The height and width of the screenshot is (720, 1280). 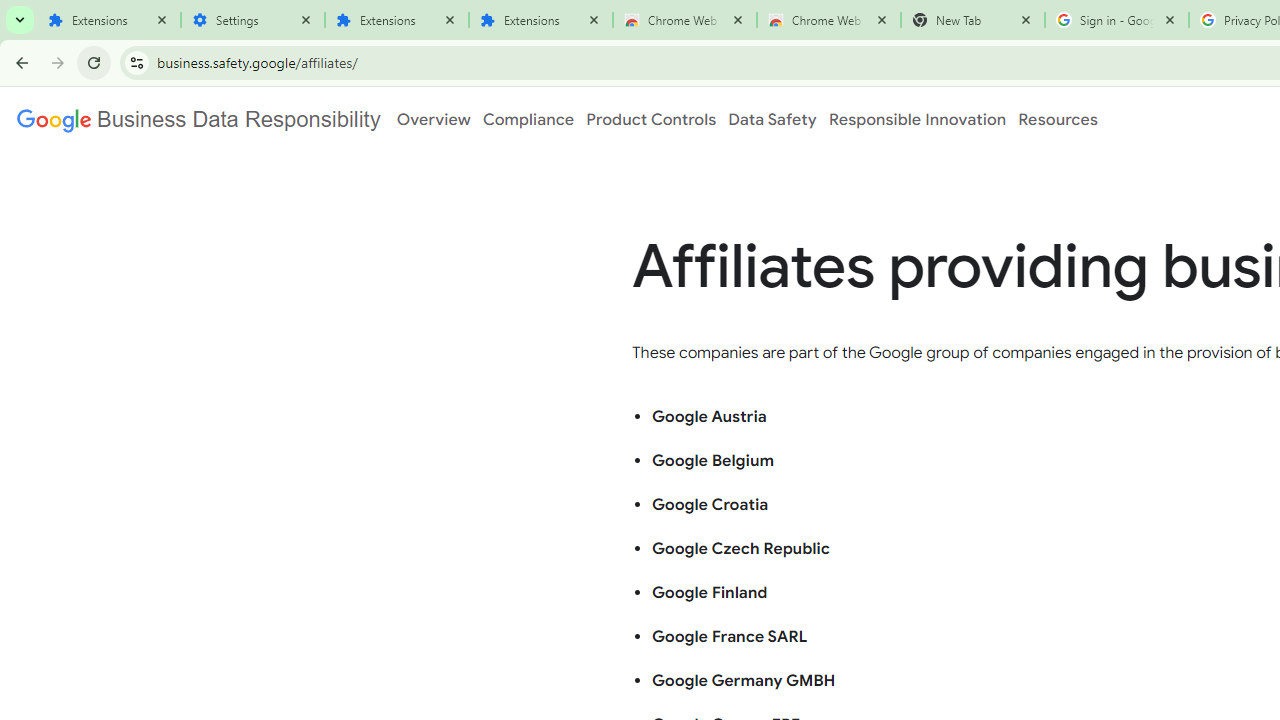 What do you see at coordinates (651, 119) in the screenshot?
I see `'Product Controls'` at bounding box center [651, 119].